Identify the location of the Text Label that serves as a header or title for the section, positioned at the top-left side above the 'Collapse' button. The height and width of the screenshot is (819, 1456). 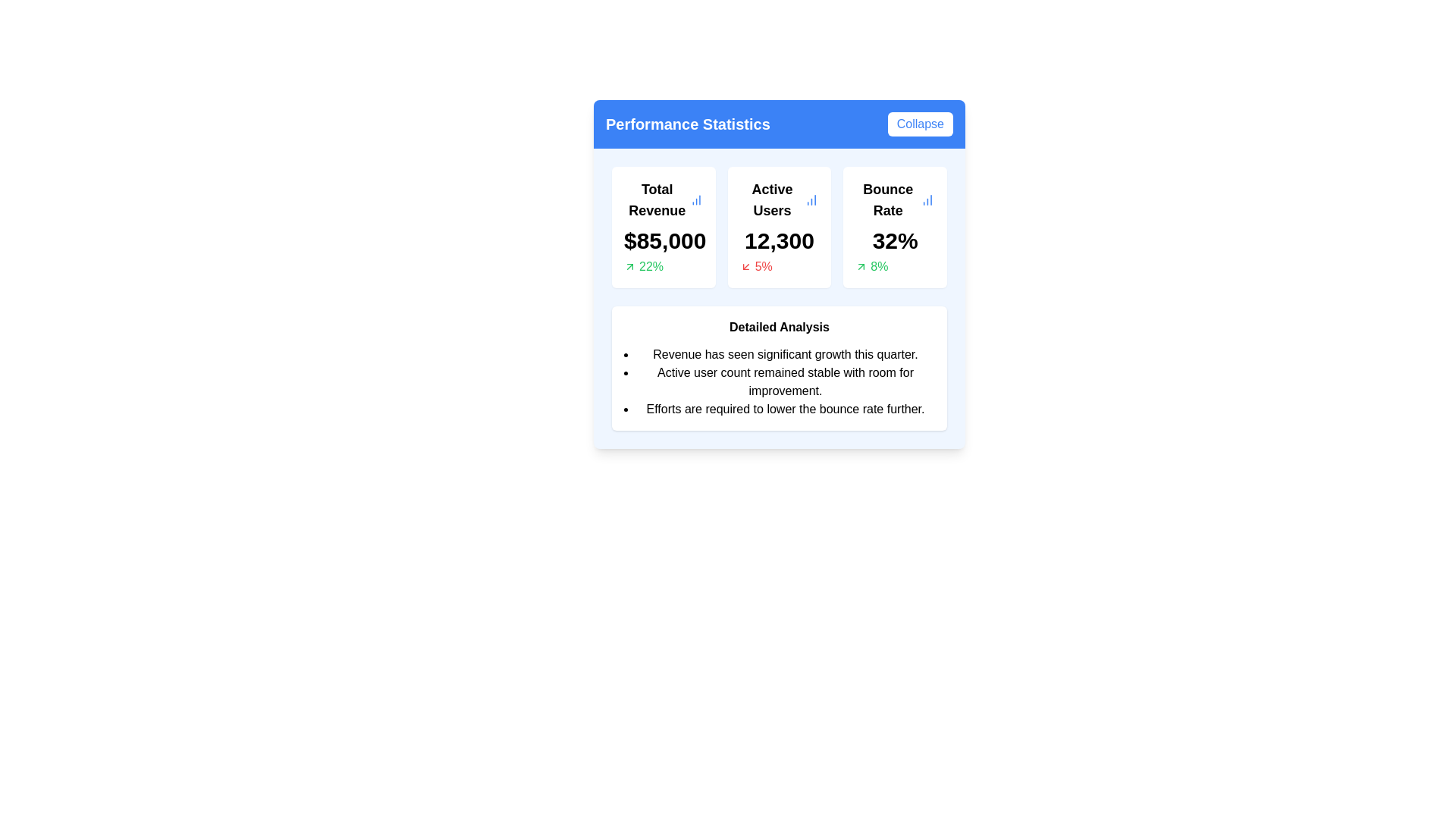
(687, 124).